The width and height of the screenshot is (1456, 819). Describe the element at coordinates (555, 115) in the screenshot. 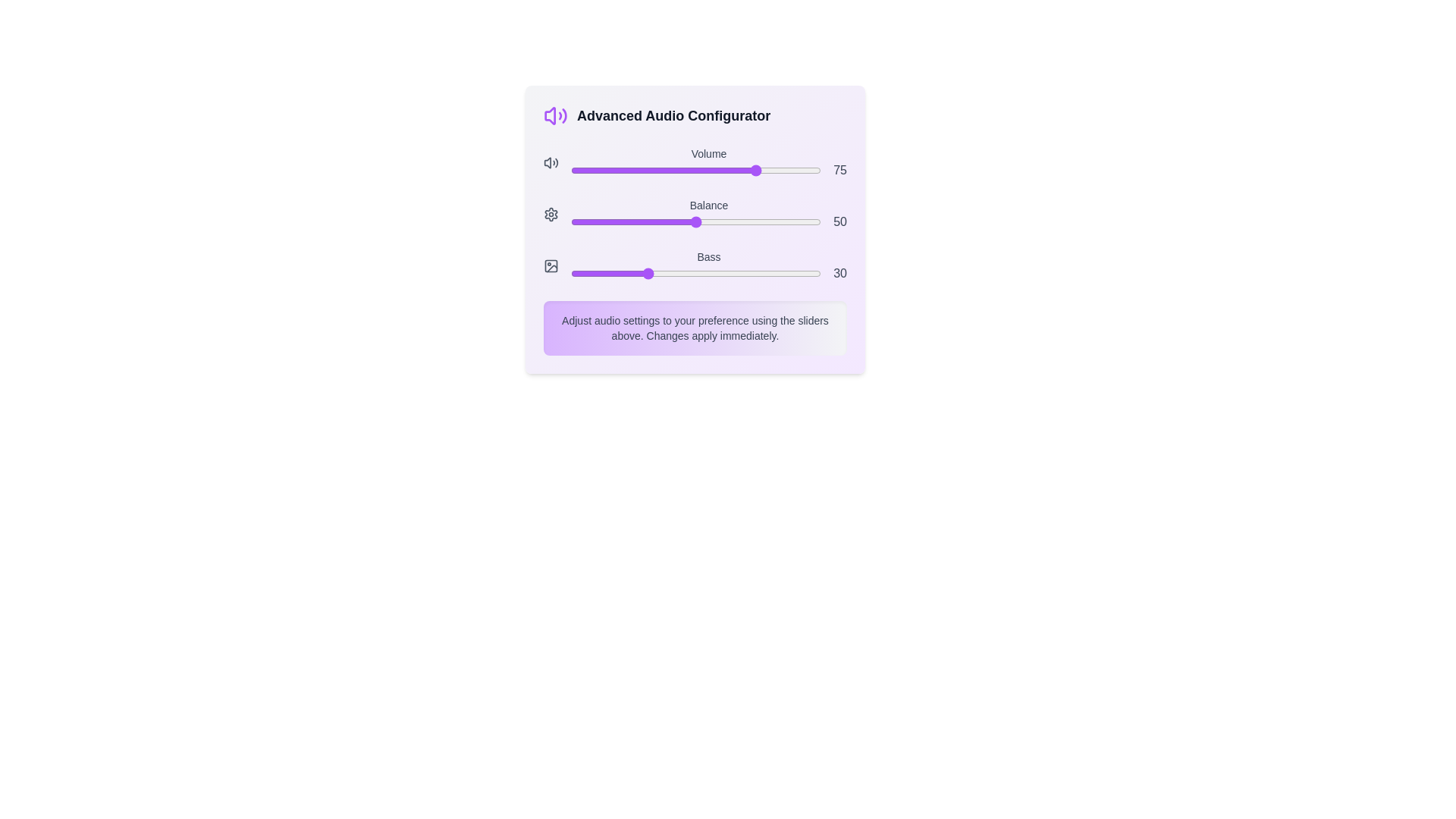

I see `the icon representing the Volume feature` at that location.